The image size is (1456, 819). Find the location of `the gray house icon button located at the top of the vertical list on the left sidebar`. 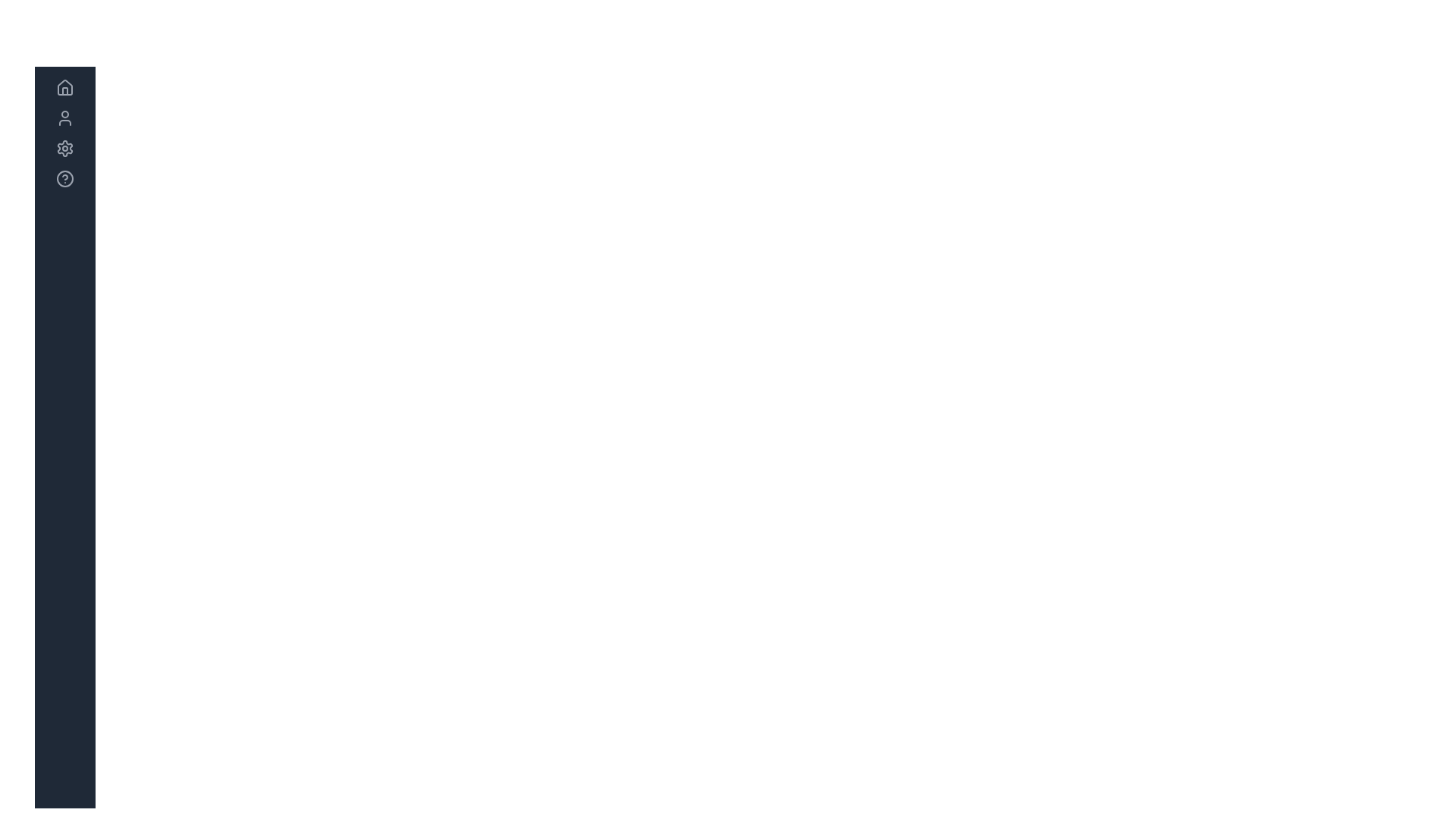

the gray house icon button located at the top of the vertical list on the left sidebar is located at coordinates (64, 87).